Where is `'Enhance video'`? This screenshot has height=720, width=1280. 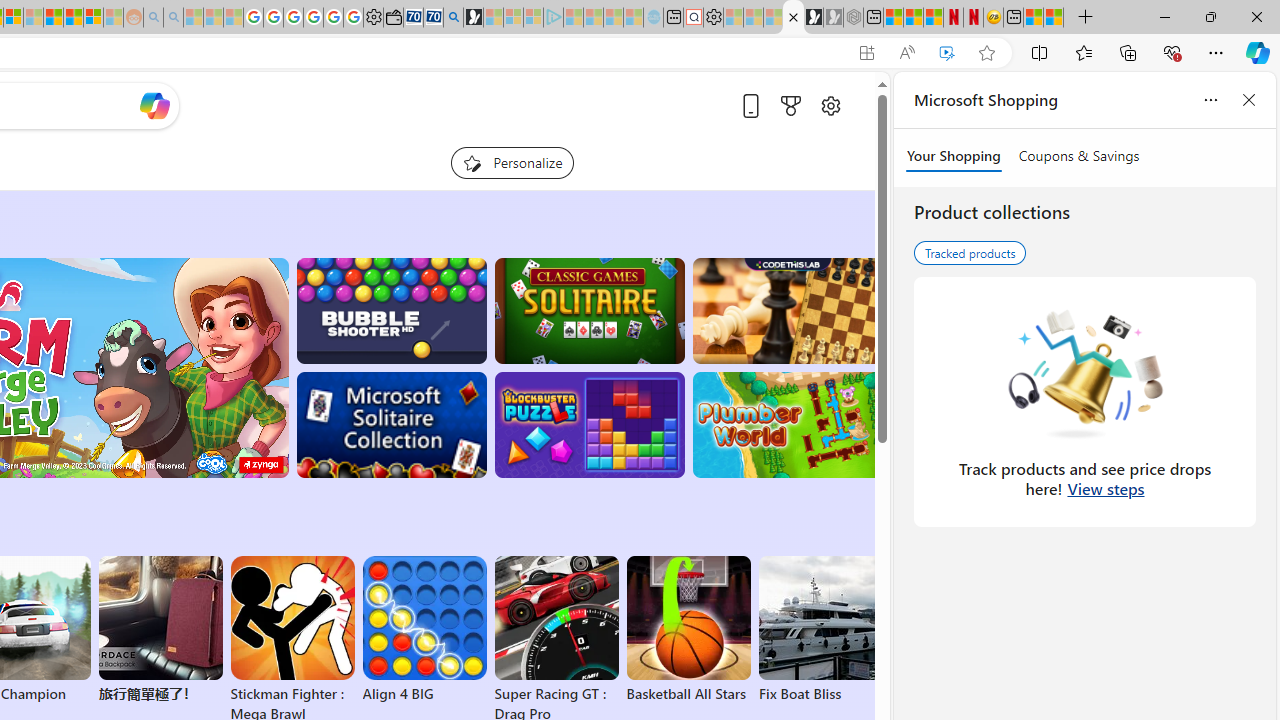
'Enhance video' is located at coordinates (945, 52).